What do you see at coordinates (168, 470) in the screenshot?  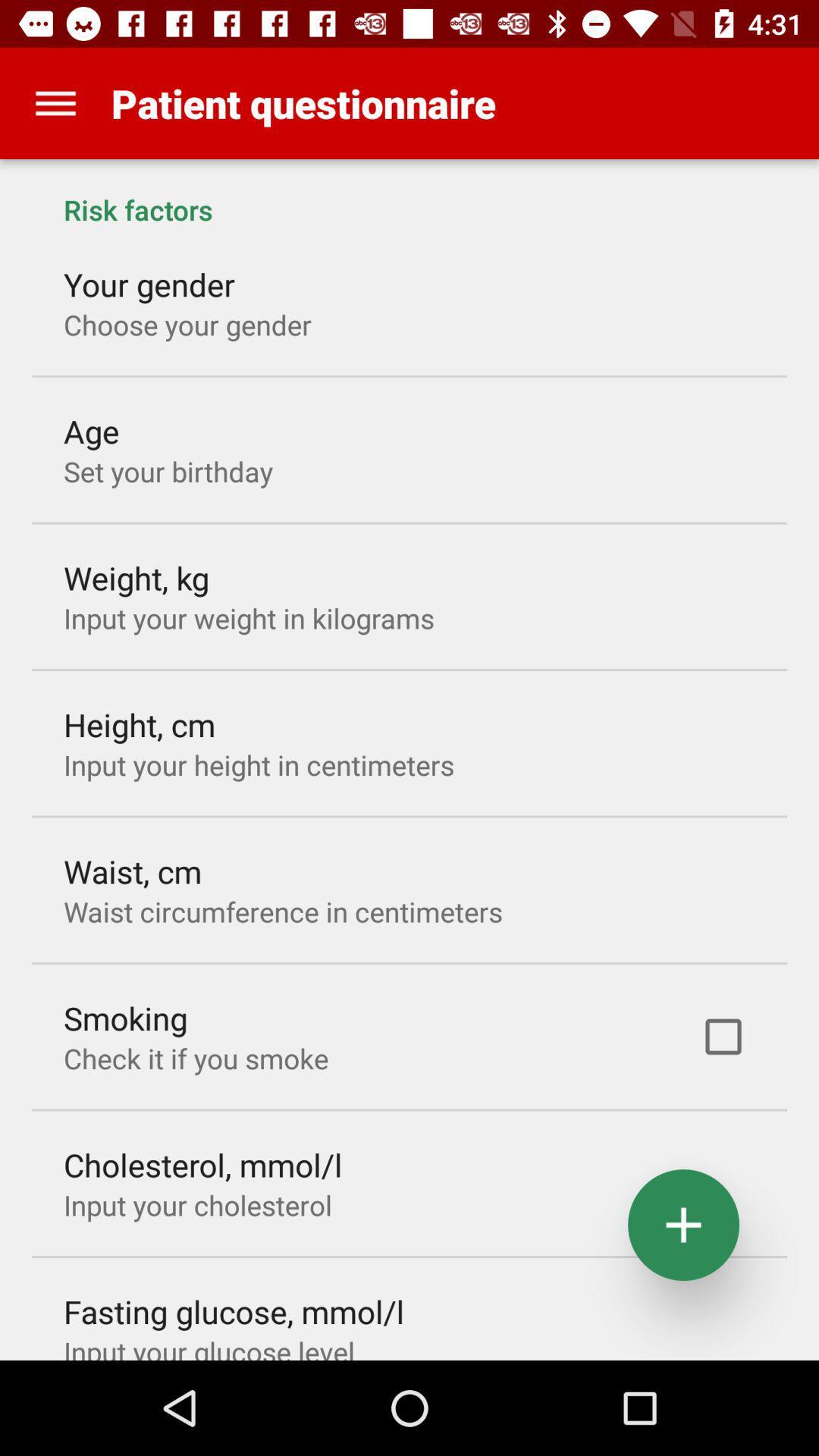 I see `the set your birthday app` at bounding box center [168, 470].